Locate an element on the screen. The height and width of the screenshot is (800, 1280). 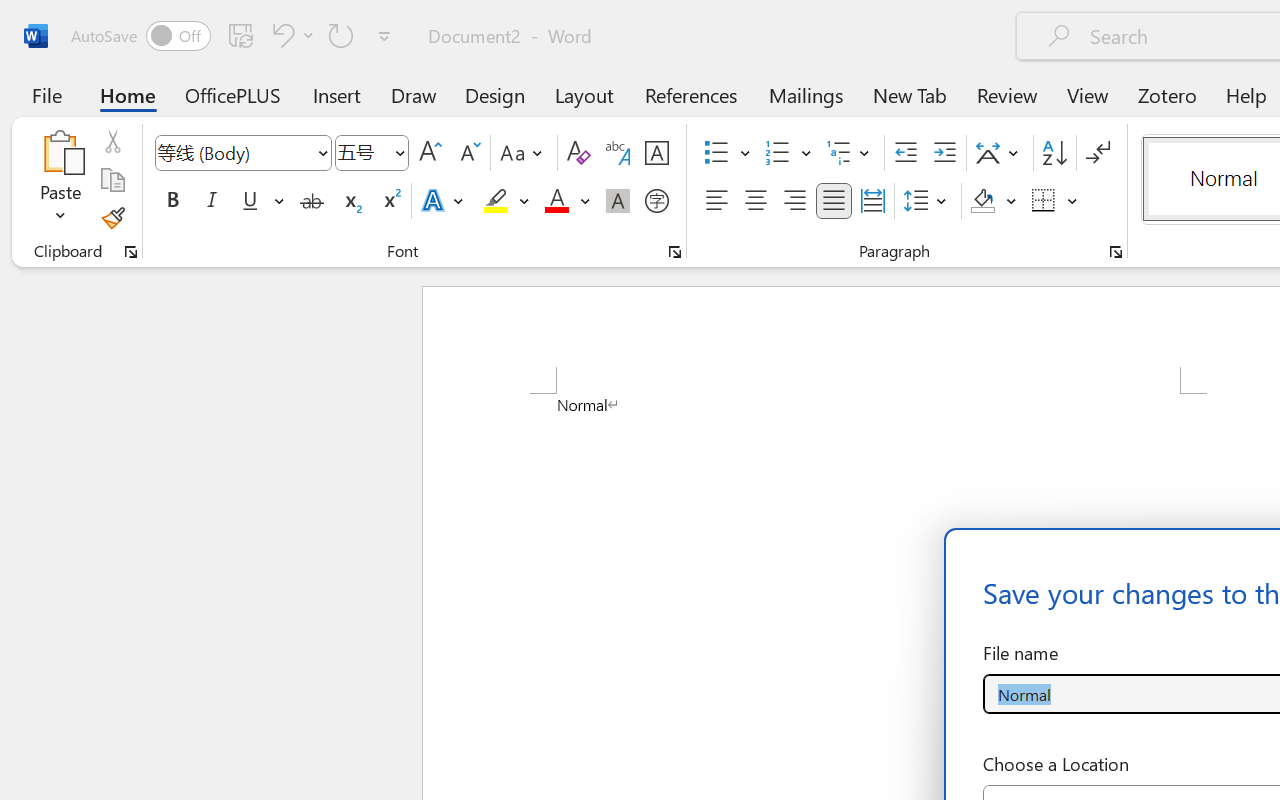
'Bullets' is located at coordinates (716, 153).